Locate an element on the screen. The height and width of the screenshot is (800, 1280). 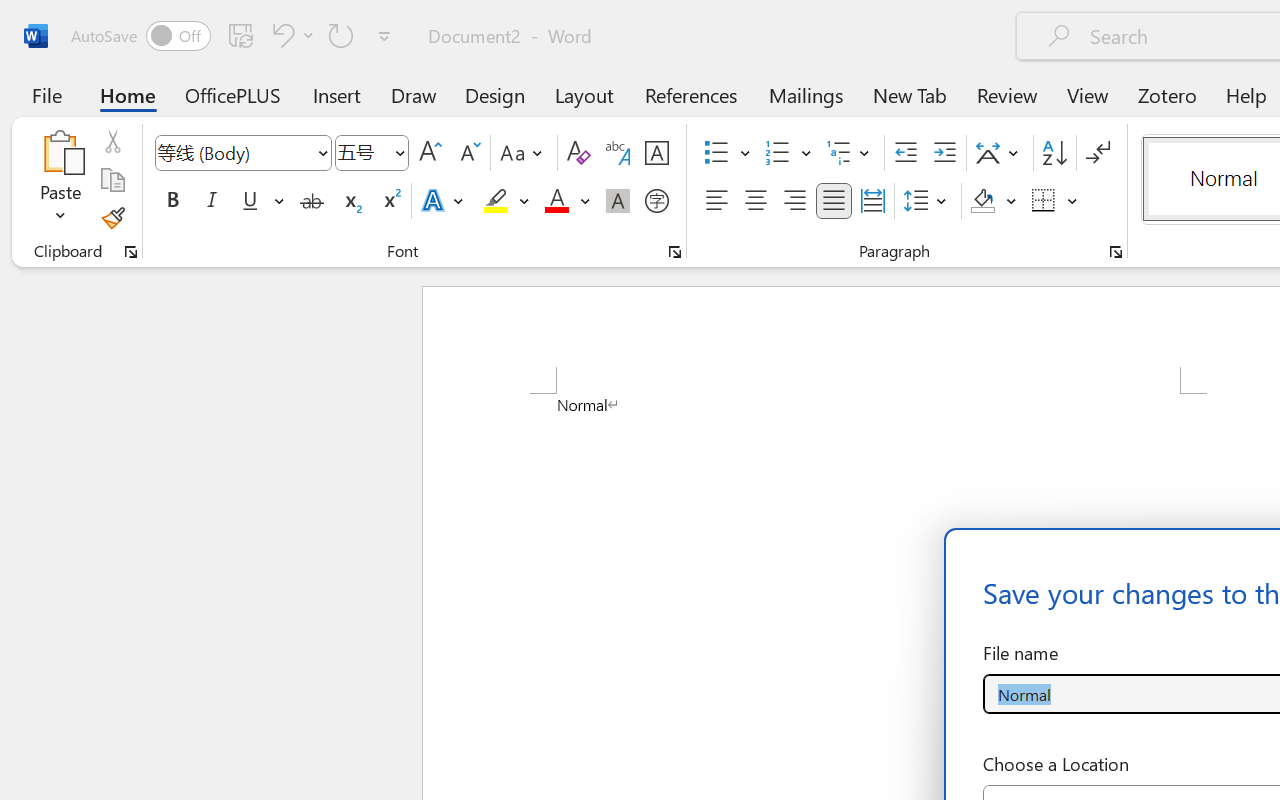
'Bullets' is located at coordinates (716, 153).